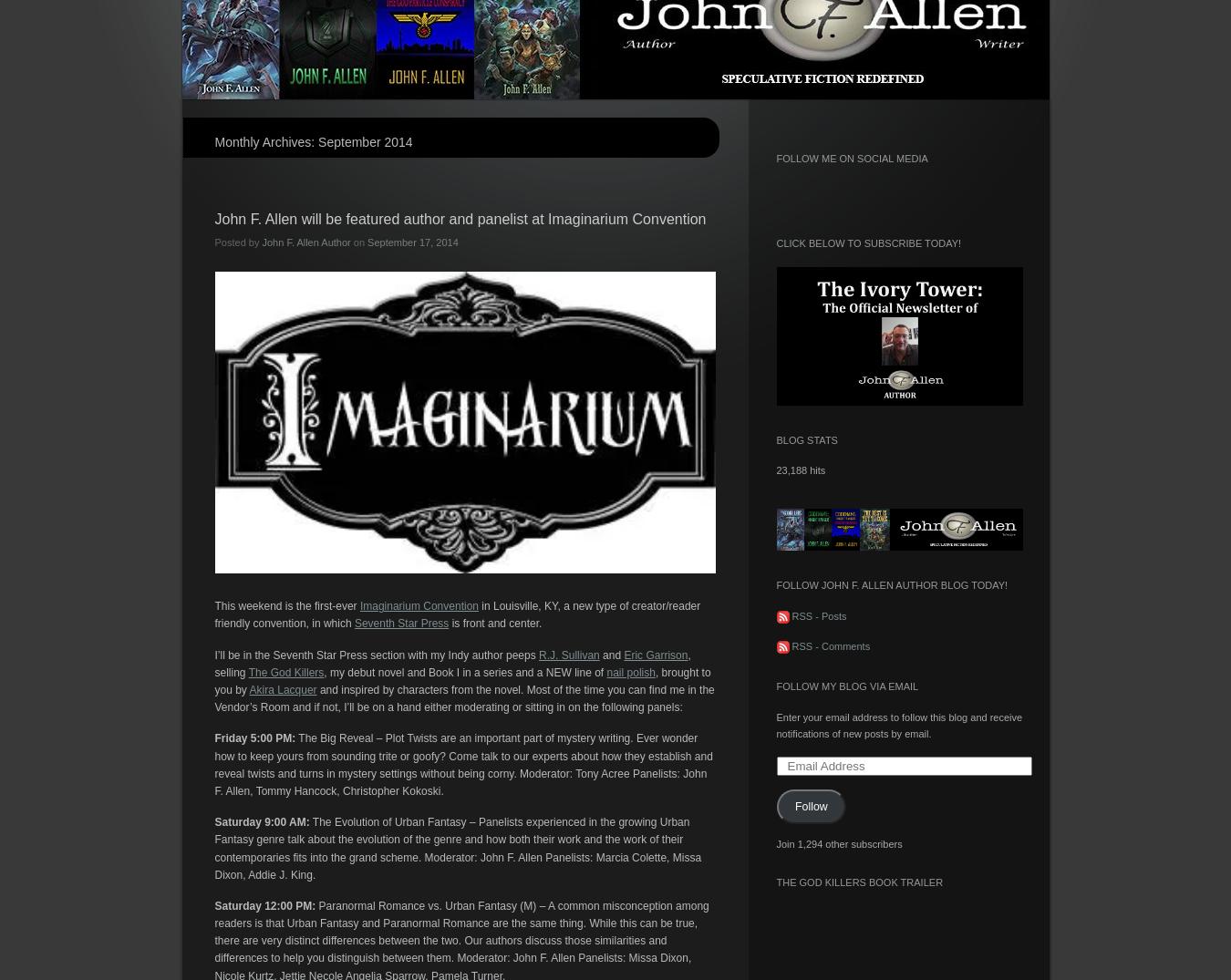 This screenshot has width=1231, height=980. What do you see at coordinates (890, 584) in the screenshot?
I see `'Follow John F. Allen Author Blog TODAY!'` at bounding box center [890, 584].